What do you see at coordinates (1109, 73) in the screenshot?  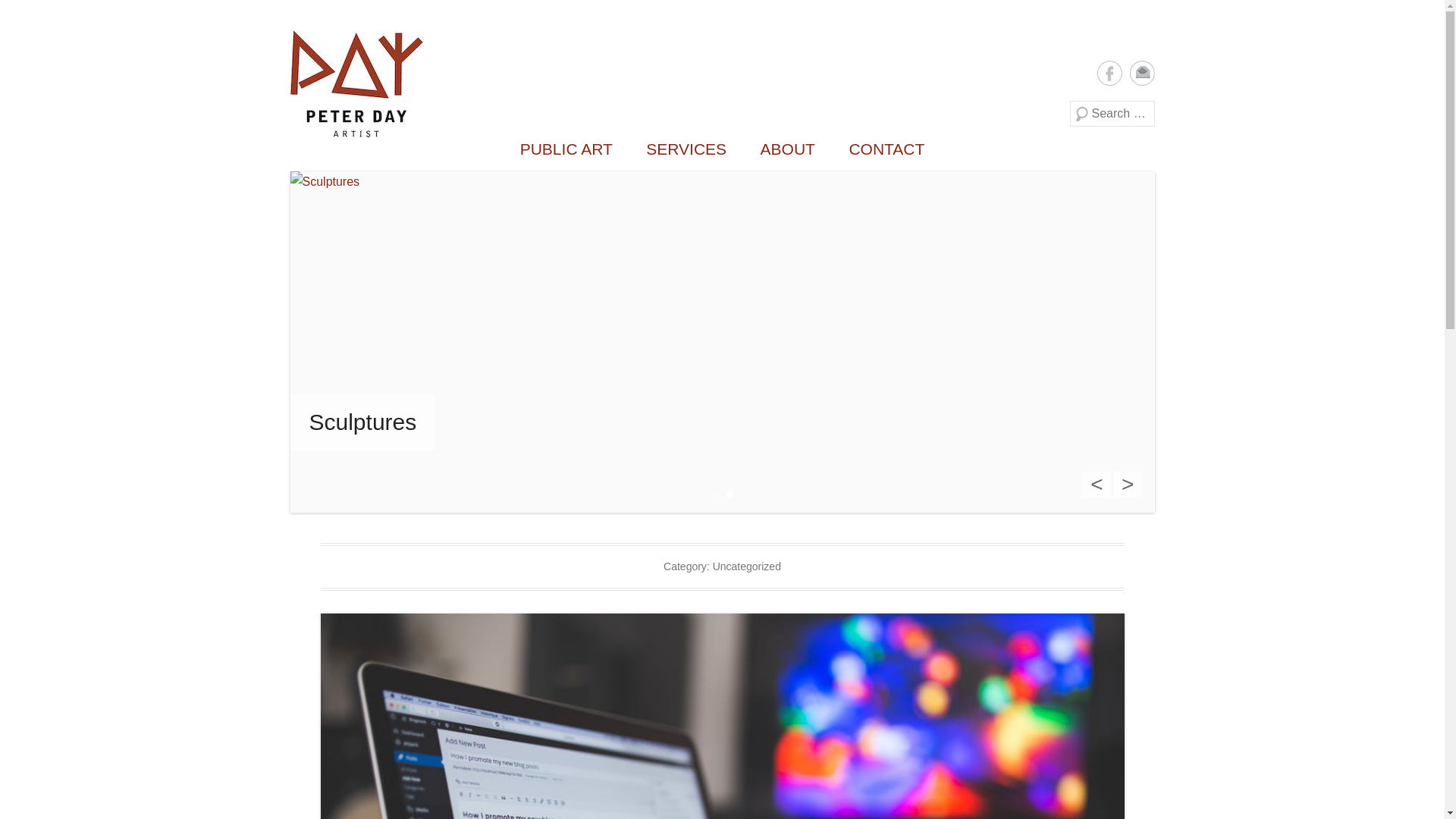 I see `'Facebook'` at bounding box center [1109, 73].